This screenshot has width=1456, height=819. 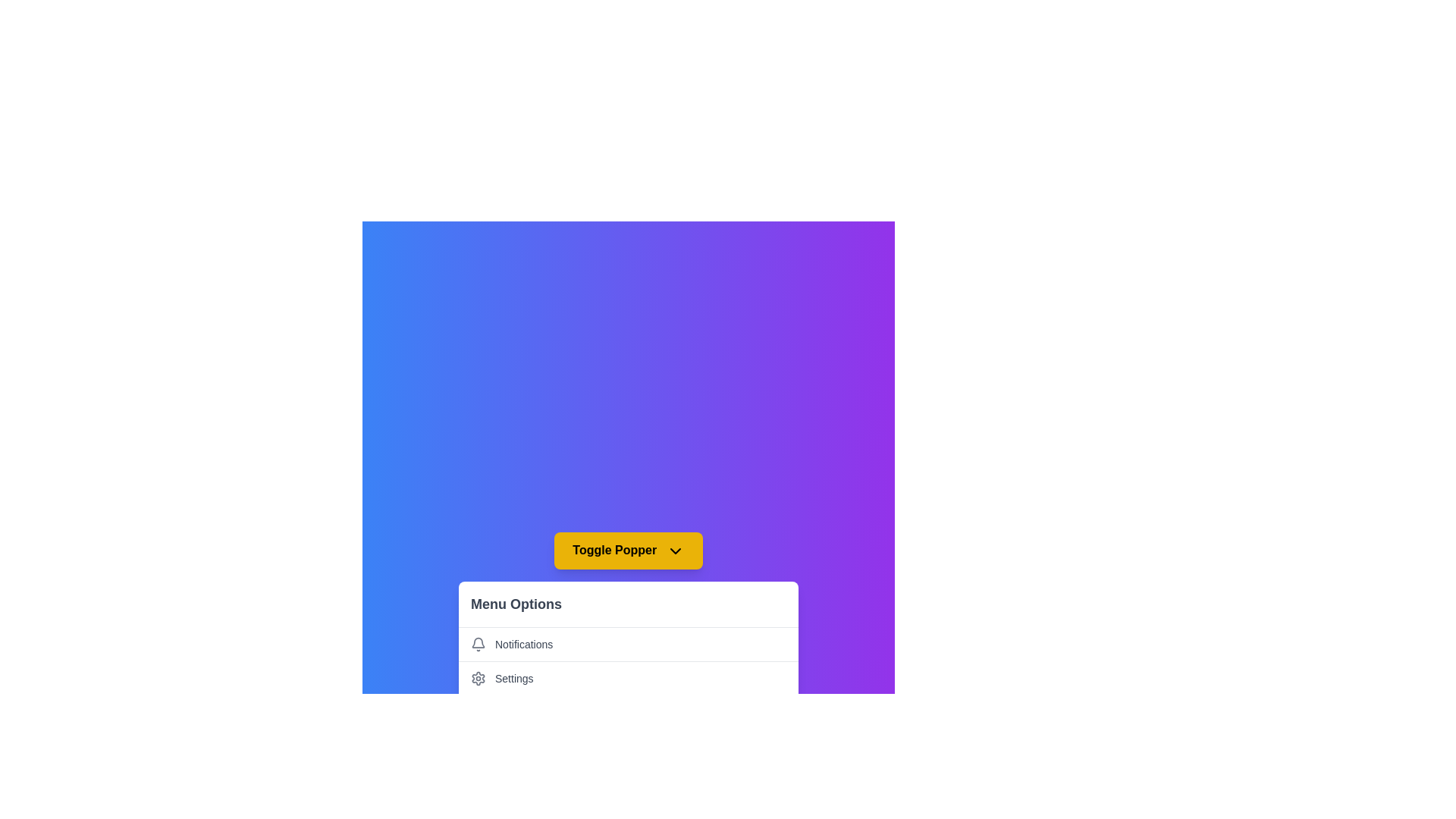 I want to click on the design of the Notifications icon, which is located at the leftmost part of the Notifications menu row, preceding the text label 'Notifications', so click(x=477, y=643).